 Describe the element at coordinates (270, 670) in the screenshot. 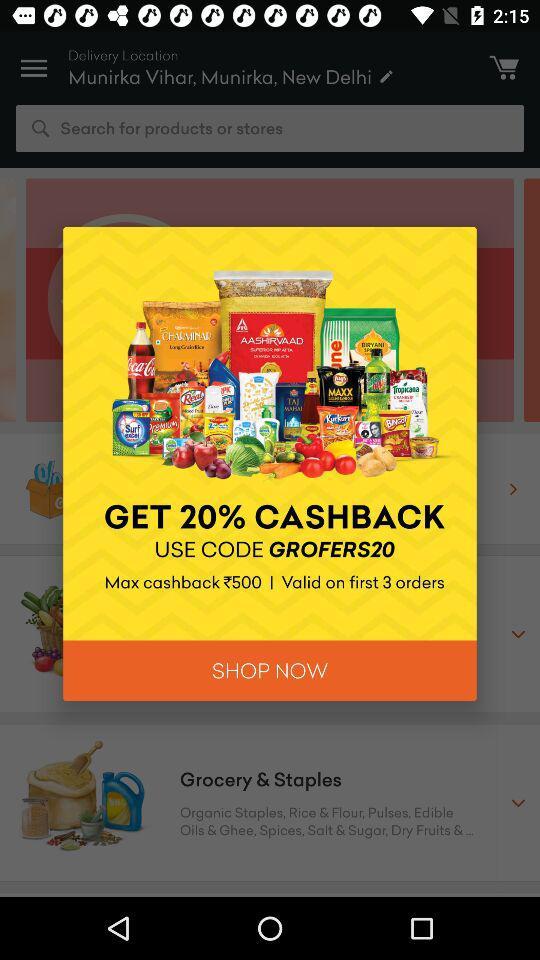

I see `the shop now icon` at that location.